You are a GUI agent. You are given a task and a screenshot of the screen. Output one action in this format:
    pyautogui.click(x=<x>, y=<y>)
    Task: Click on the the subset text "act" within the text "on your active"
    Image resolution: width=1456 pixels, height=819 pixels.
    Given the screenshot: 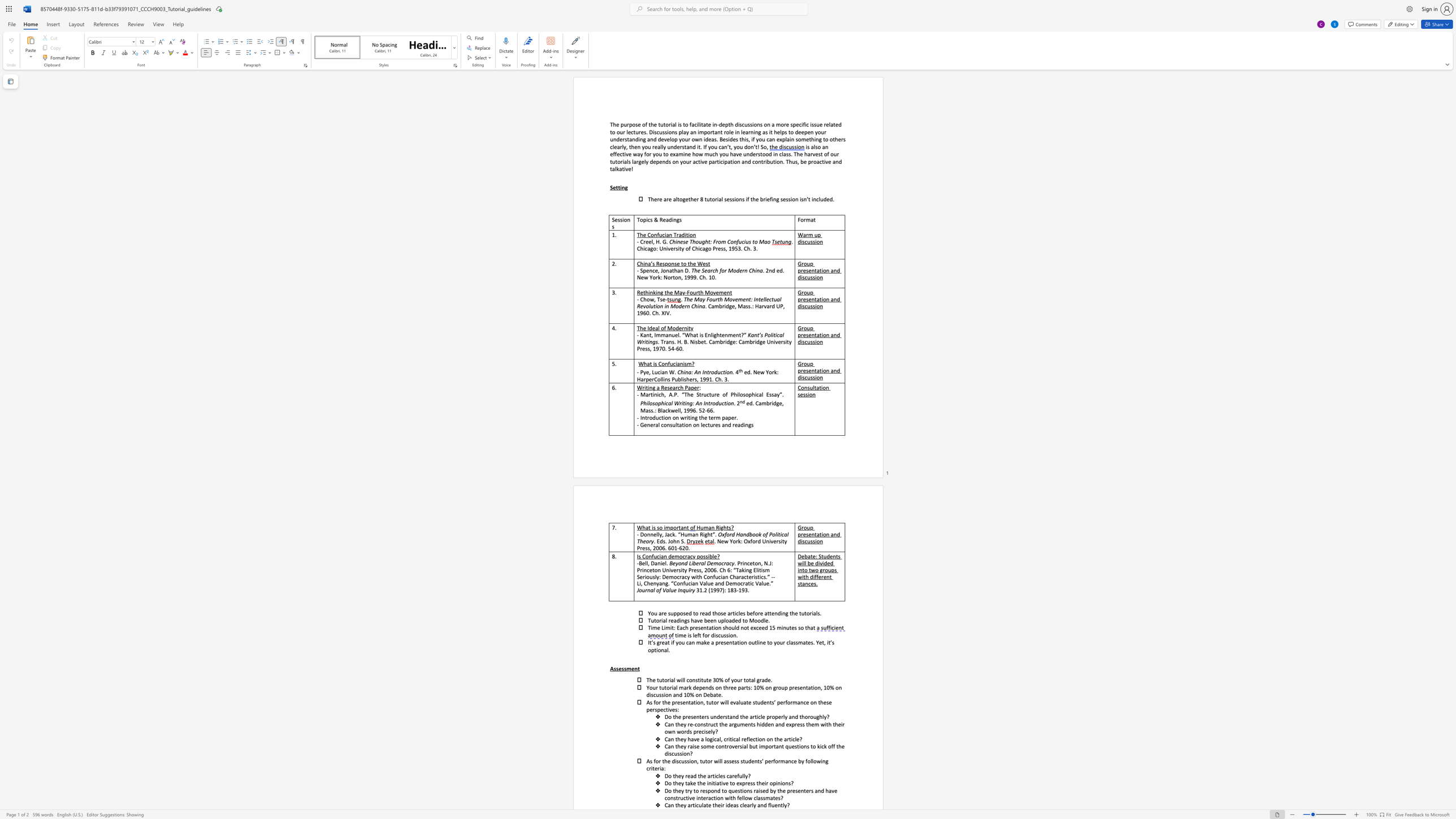 What is the action you would take?
    pyautogui.click(x=693, y=161)
    